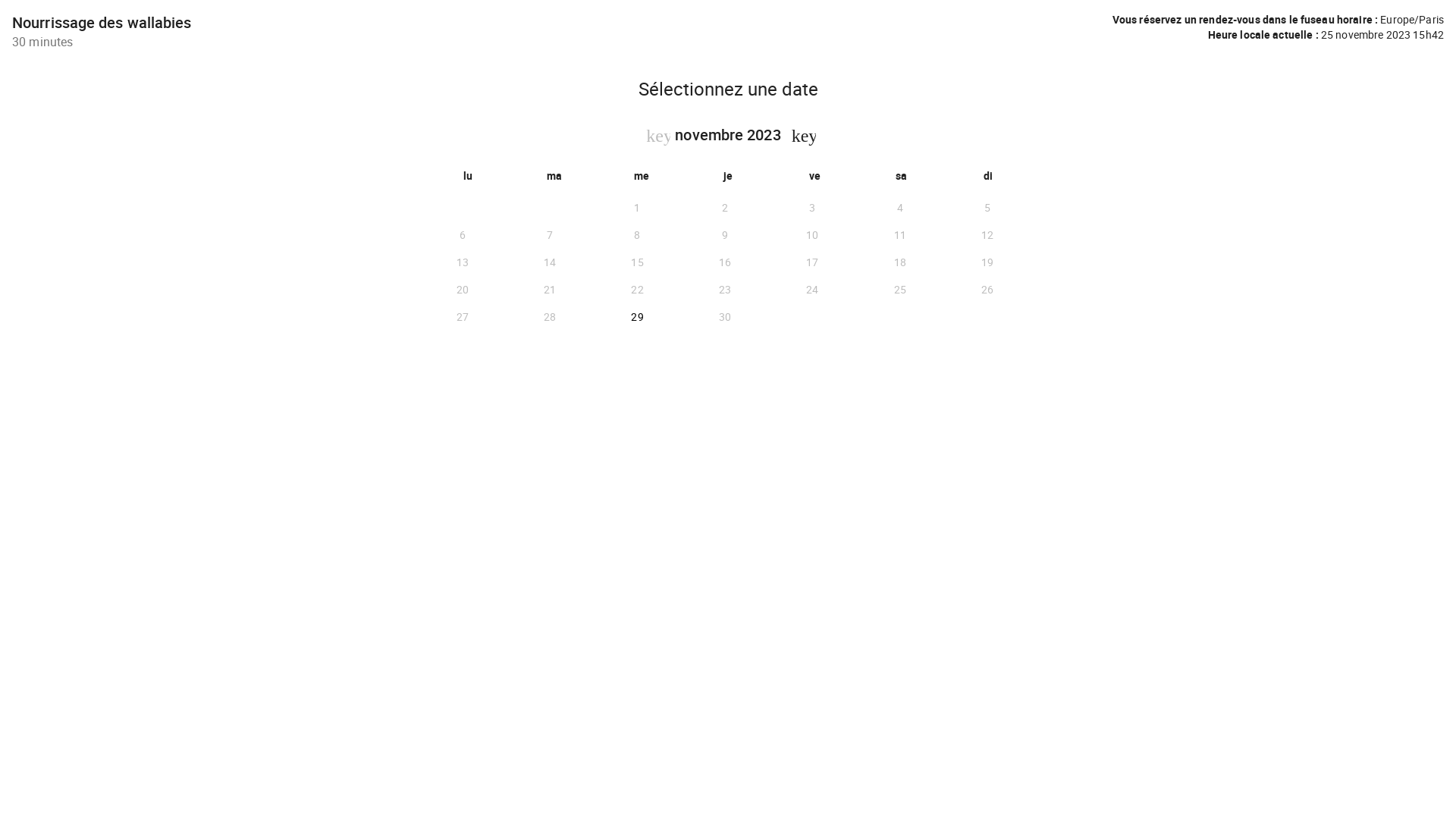  I want to click on '13', so click(419, 262).